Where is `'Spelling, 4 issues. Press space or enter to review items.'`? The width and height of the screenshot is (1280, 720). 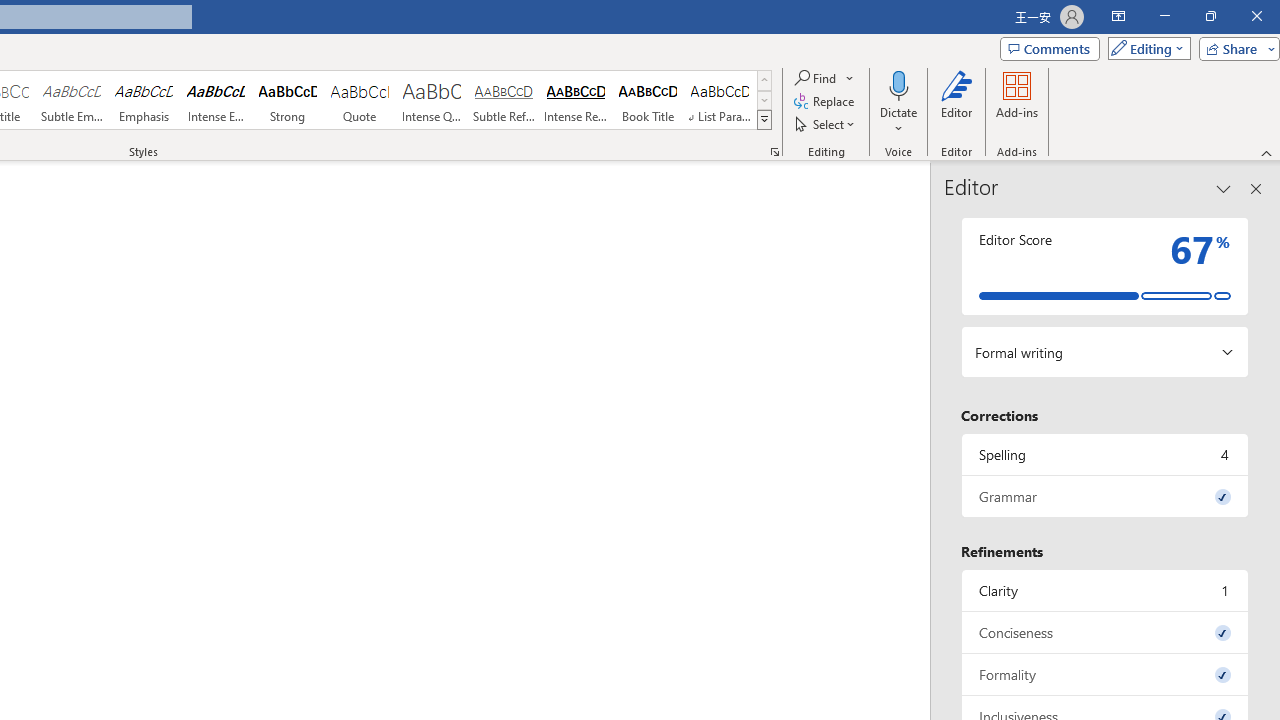 'Spelling, 4 issues. Press space or enter to review items.' is located at coordinates (1104, 454).